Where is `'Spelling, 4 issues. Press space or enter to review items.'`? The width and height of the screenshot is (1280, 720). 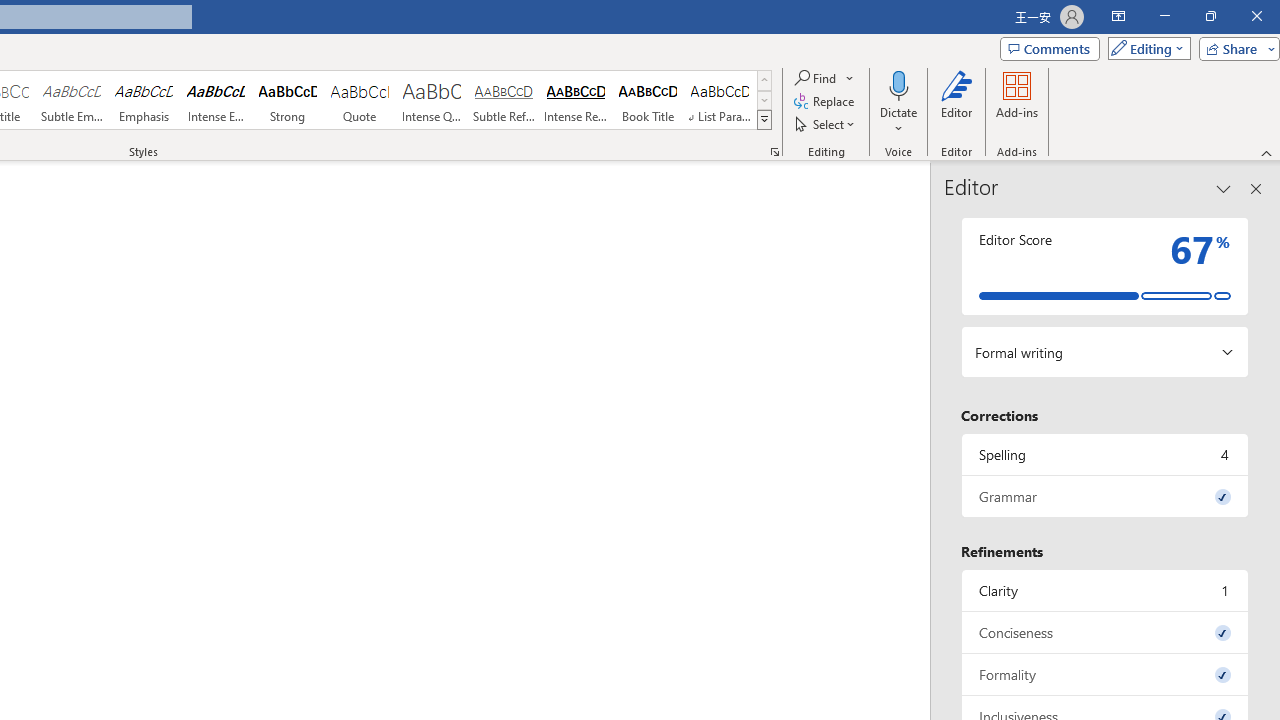 'Spelling, 4 issues. Press space or enter to review items.' is located at coordinates (1104, 454).